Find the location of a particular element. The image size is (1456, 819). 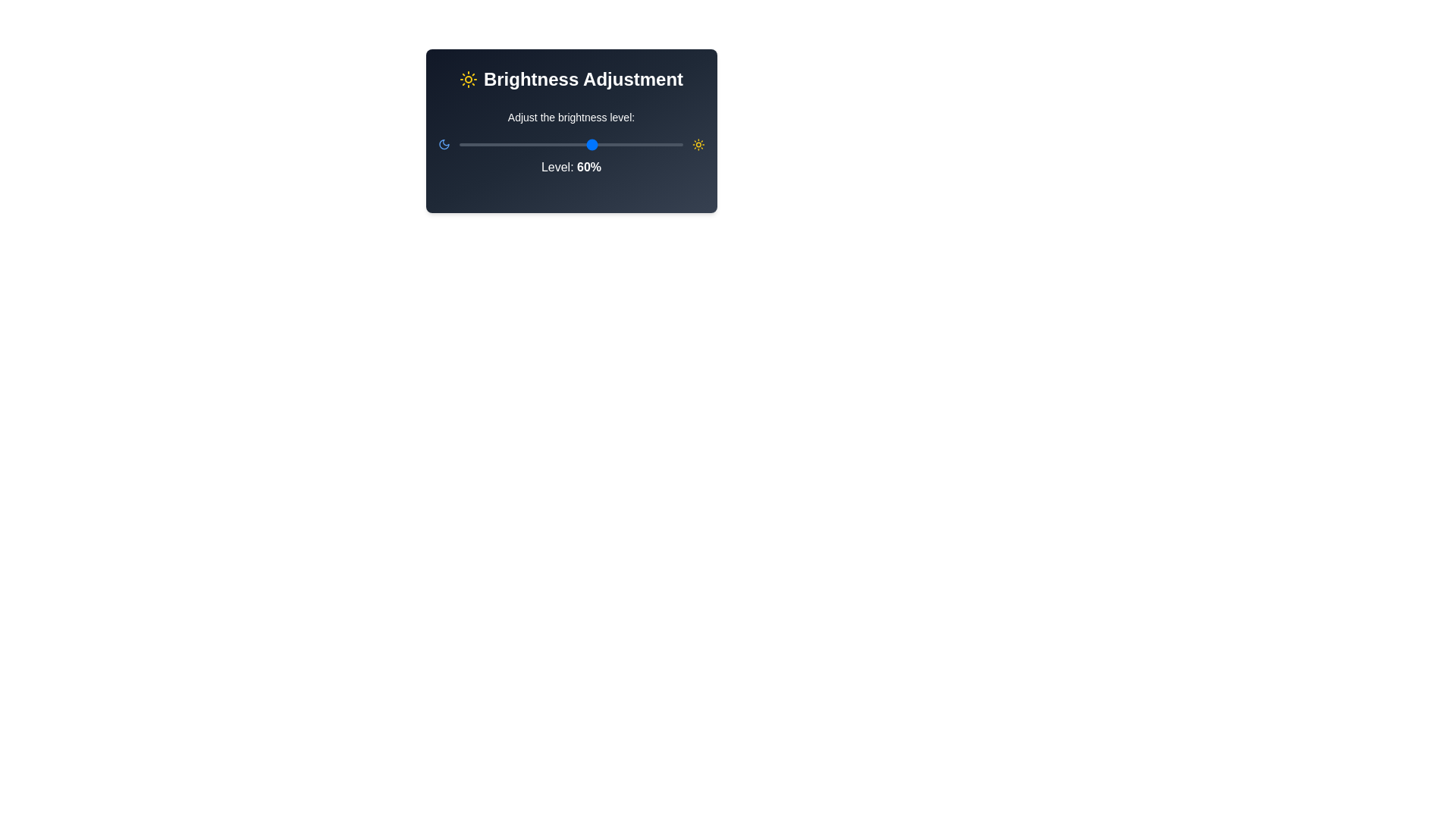

the brightness level is located at coordinates (656, 145).